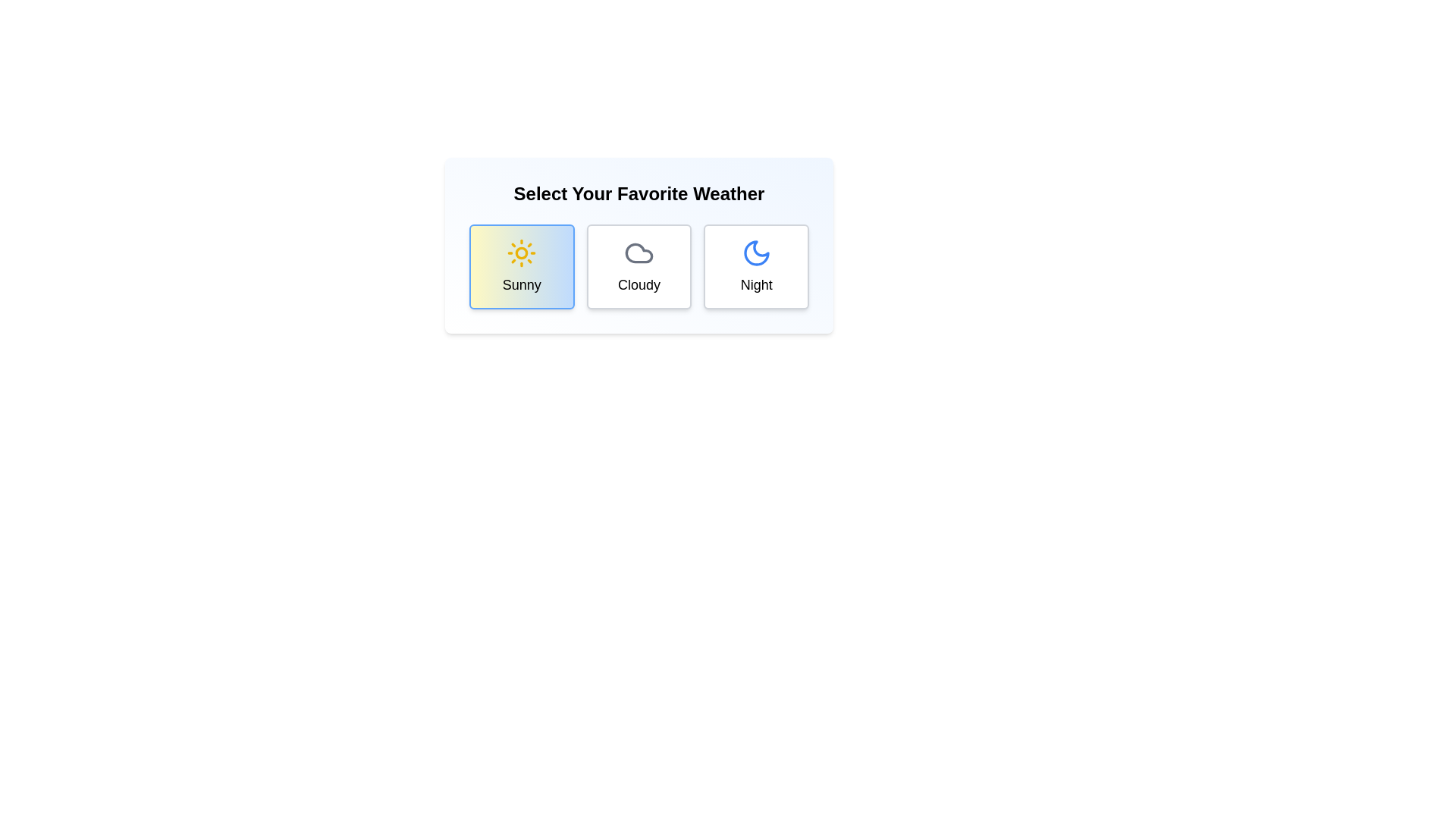 The height and width of the screenshot is (819, 1456). Describe the element at coordinates (522, 253) in the screenshot. I see `the central circle of the sun icon, which represents the 'Sunny' option in the weather selection interface, located below the label 'Select Your Favorite Weather.'` at that location.